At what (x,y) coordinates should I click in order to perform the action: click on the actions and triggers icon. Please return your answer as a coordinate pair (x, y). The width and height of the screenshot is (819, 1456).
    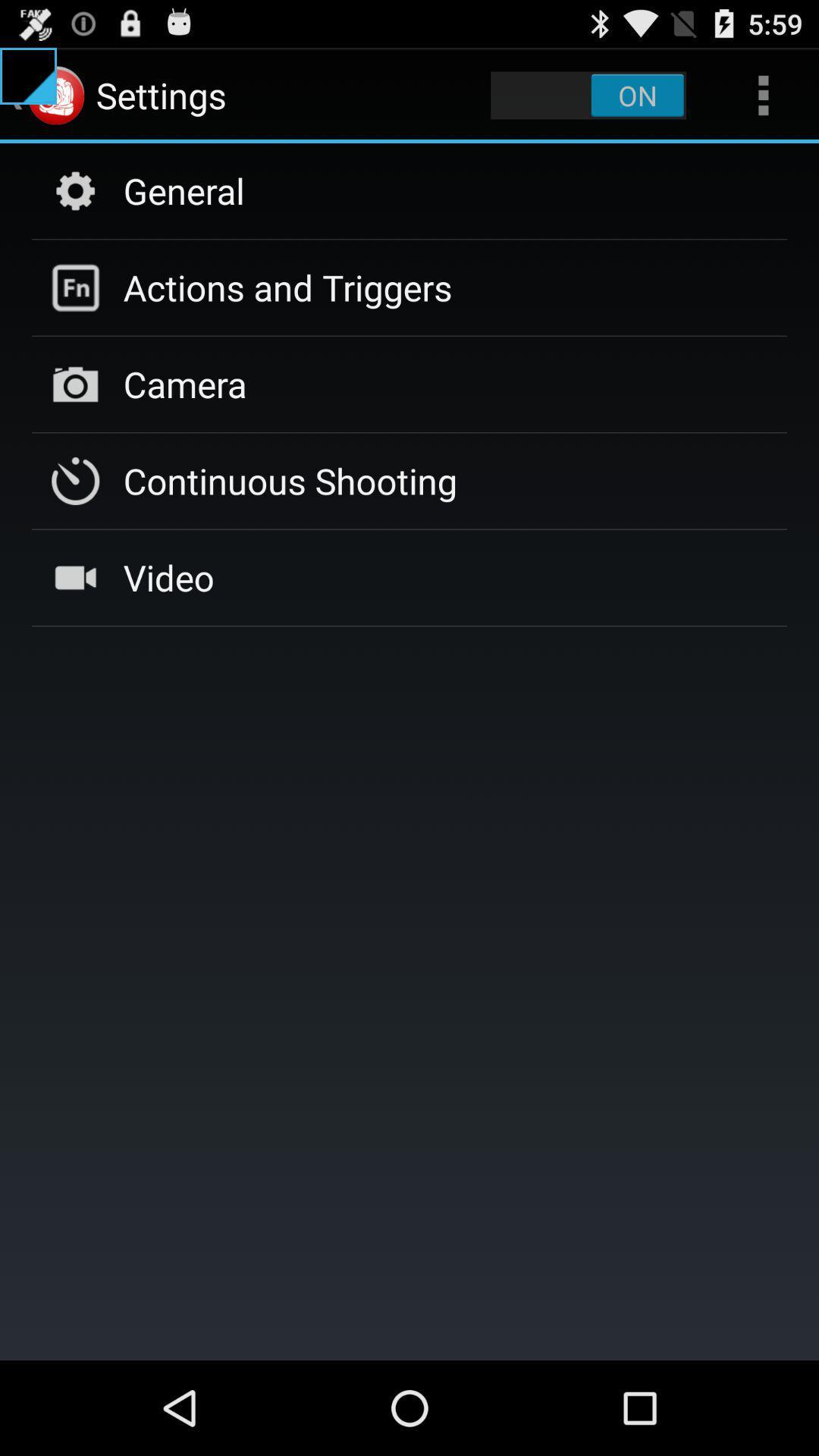
    Looking at the image, I should click on (287, 287).